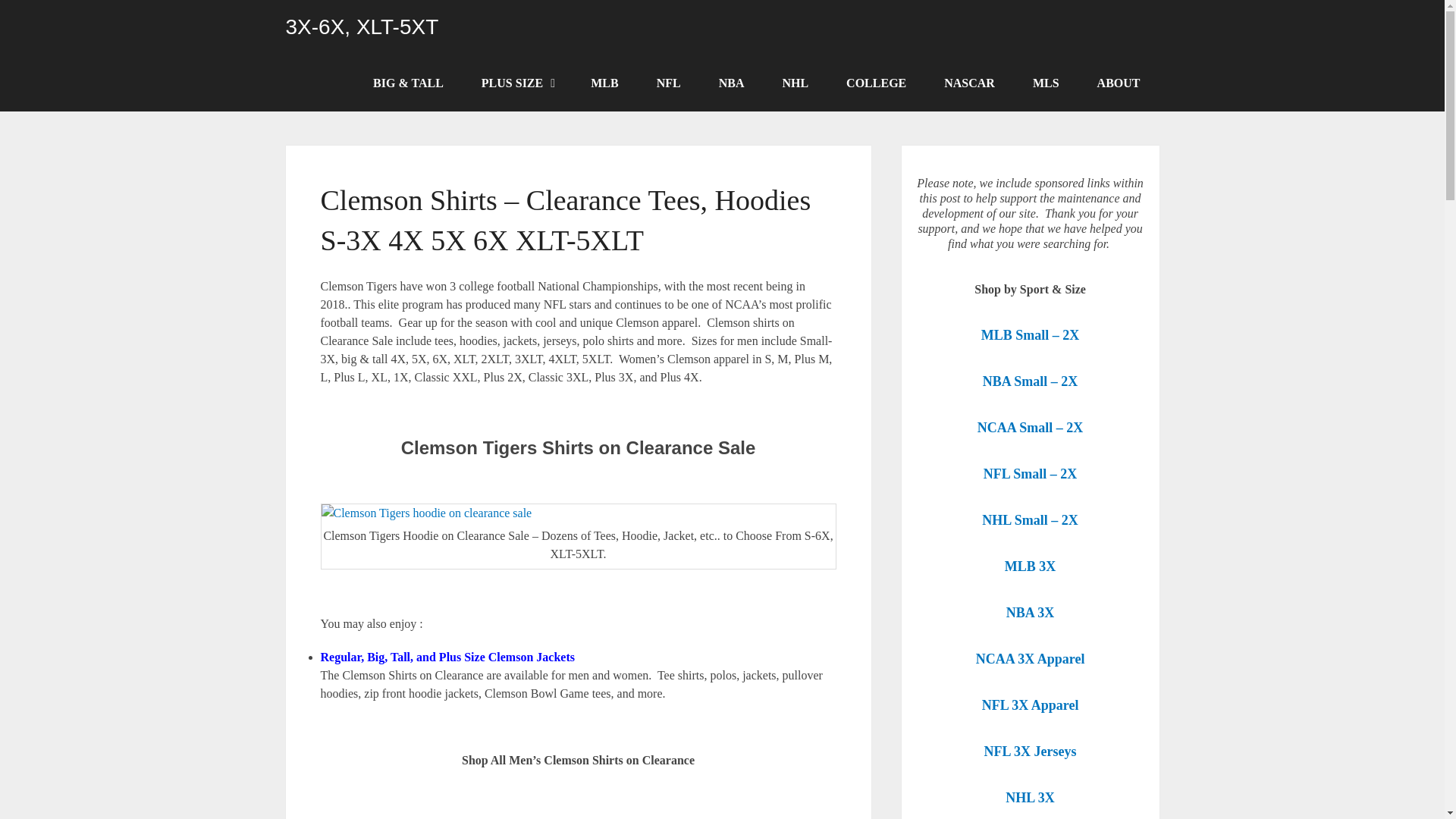 This screenshot has height=819, width=1456. I want to click on 'NCAA 3X Apparel', so click(1030, 658).